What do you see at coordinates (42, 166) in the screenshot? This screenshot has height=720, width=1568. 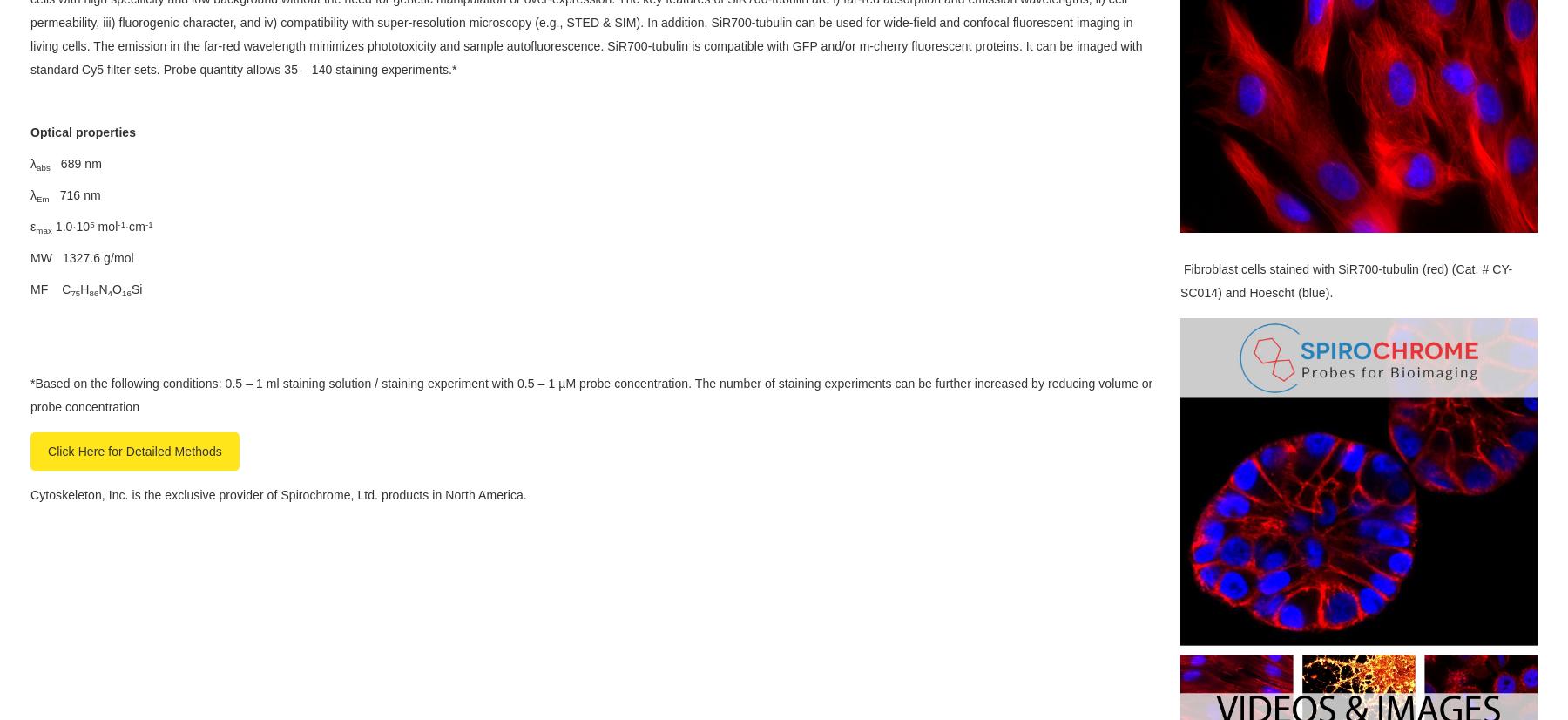 I see `'abs'` at bounding box center [42, 166].